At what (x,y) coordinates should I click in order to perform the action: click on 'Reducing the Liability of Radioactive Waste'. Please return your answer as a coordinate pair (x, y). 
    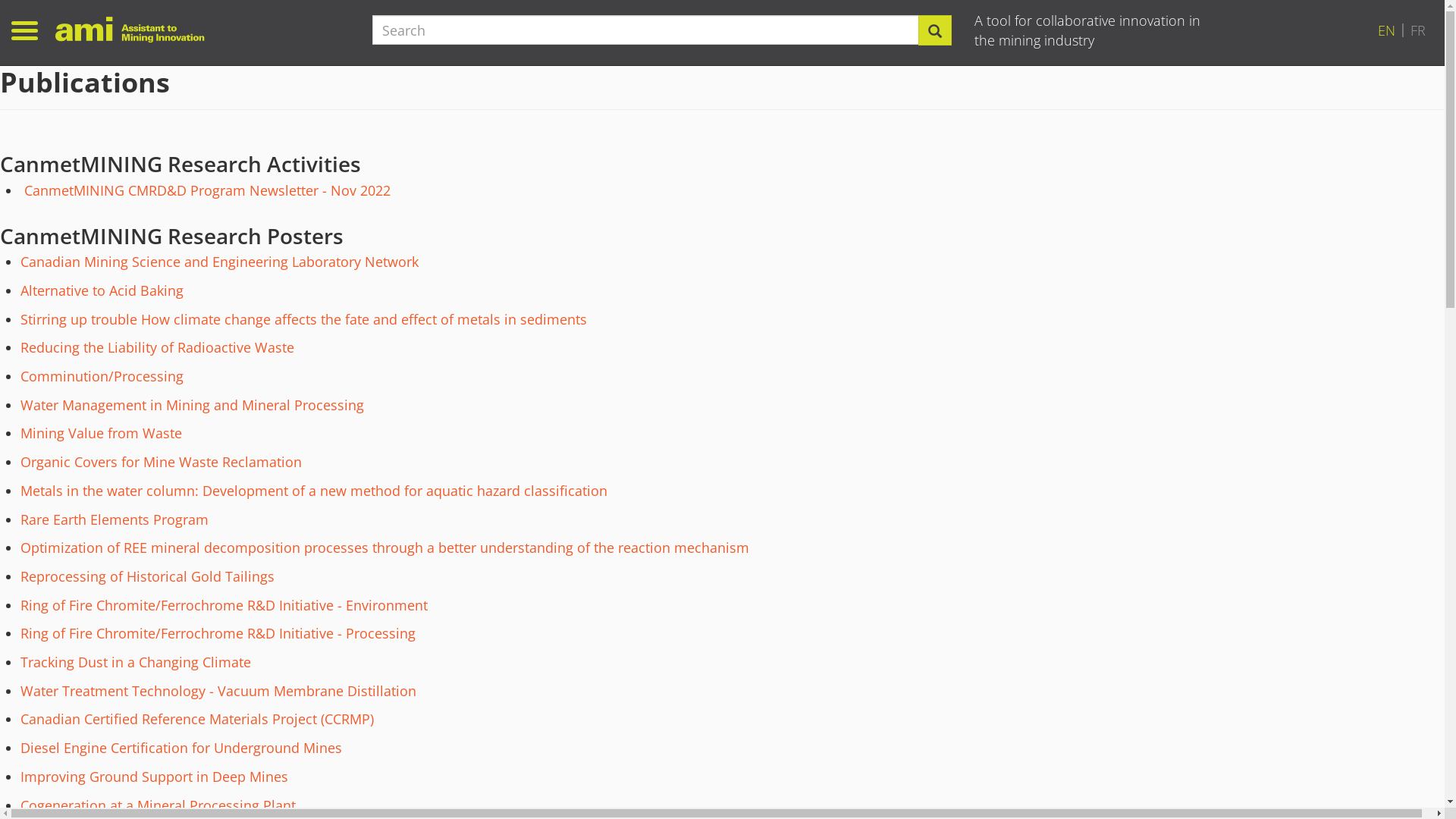
    Looking at the image, I should click on (157, 347).